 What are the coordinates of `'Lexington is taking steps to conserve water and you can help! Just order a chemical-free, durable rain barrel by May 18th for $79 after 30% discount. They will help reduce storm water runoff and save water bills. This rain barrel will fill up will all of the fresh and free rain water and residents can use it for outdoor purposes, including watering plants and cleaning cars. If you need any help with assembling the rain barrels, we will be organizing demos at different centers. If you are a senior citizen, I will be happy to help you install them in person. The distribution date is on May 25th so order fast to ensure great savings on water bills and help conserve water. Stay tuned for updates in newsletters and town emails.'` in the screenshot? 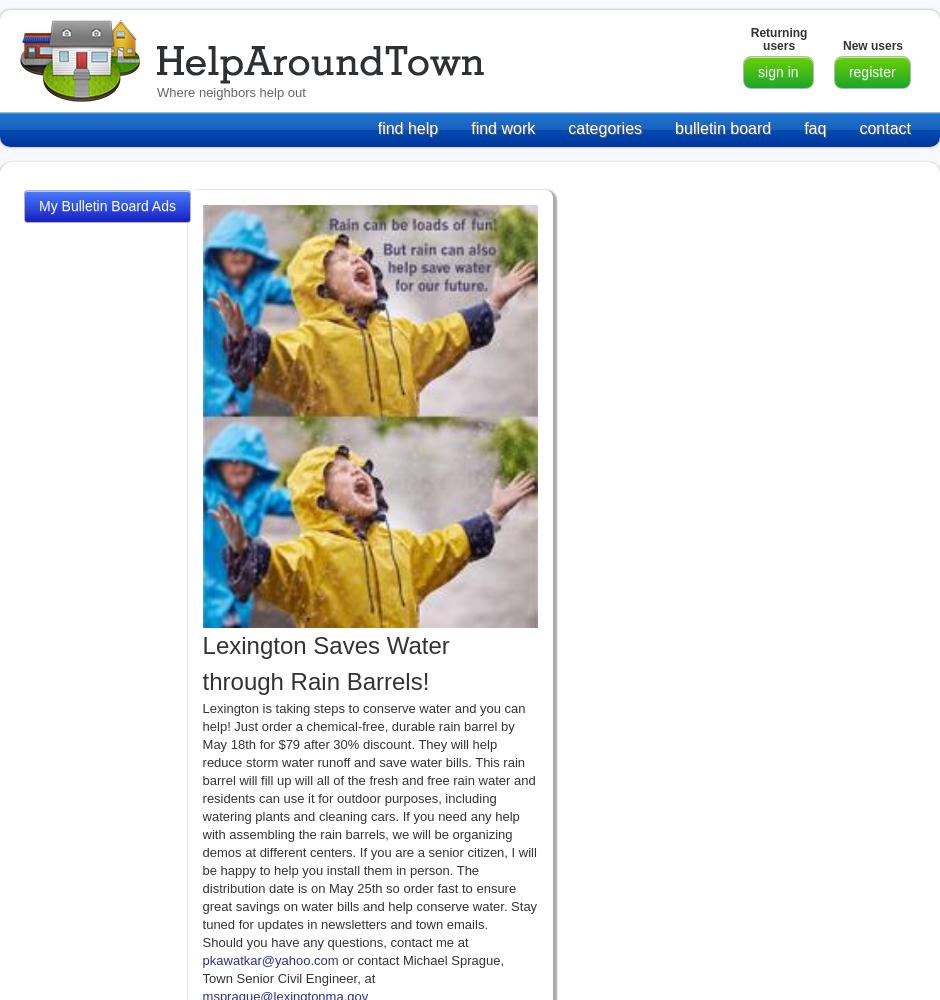 It's located at (368, 814).